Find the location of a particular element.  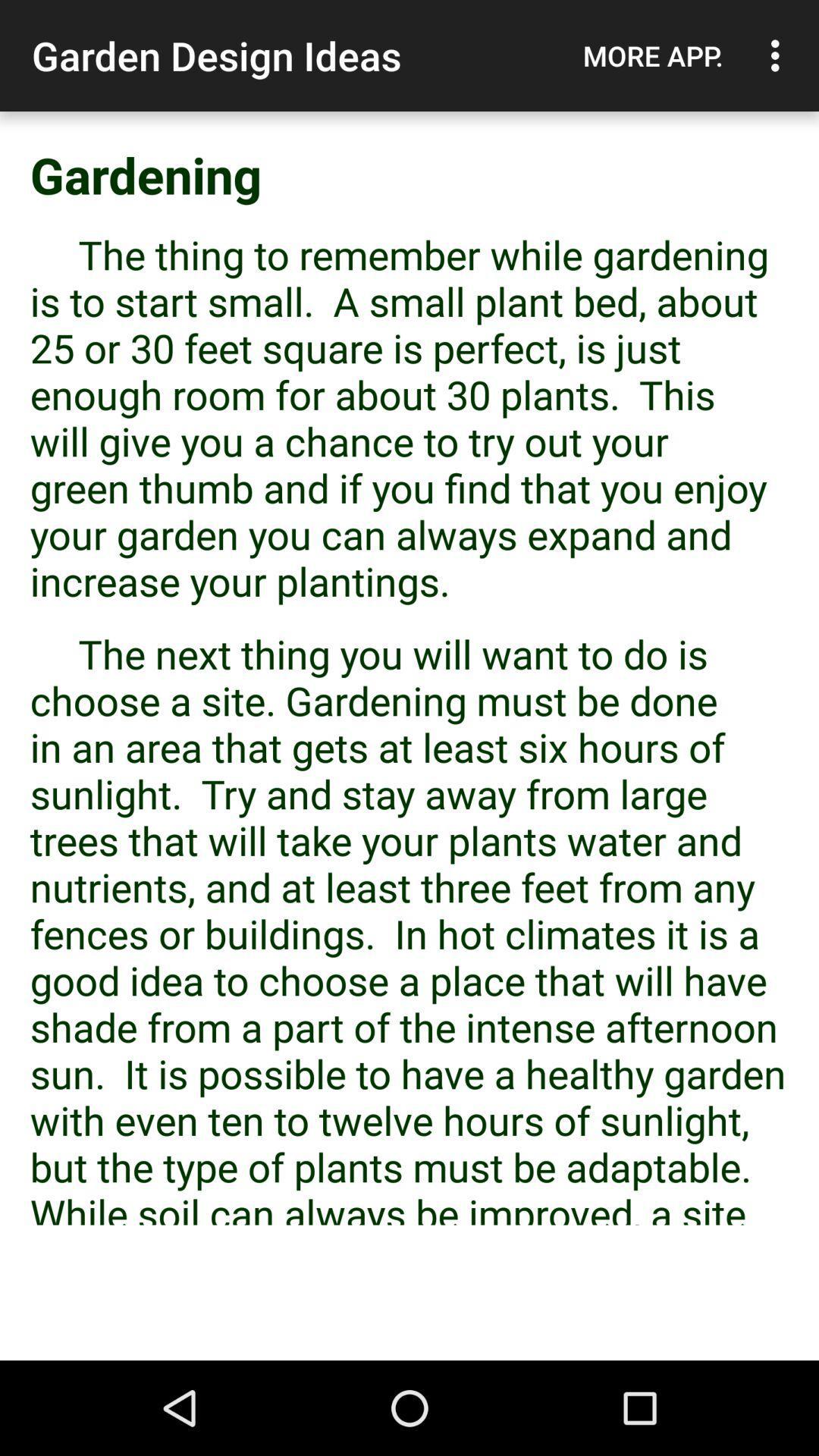

app to the right of garden design ideas is located at coordinates (652, 55).